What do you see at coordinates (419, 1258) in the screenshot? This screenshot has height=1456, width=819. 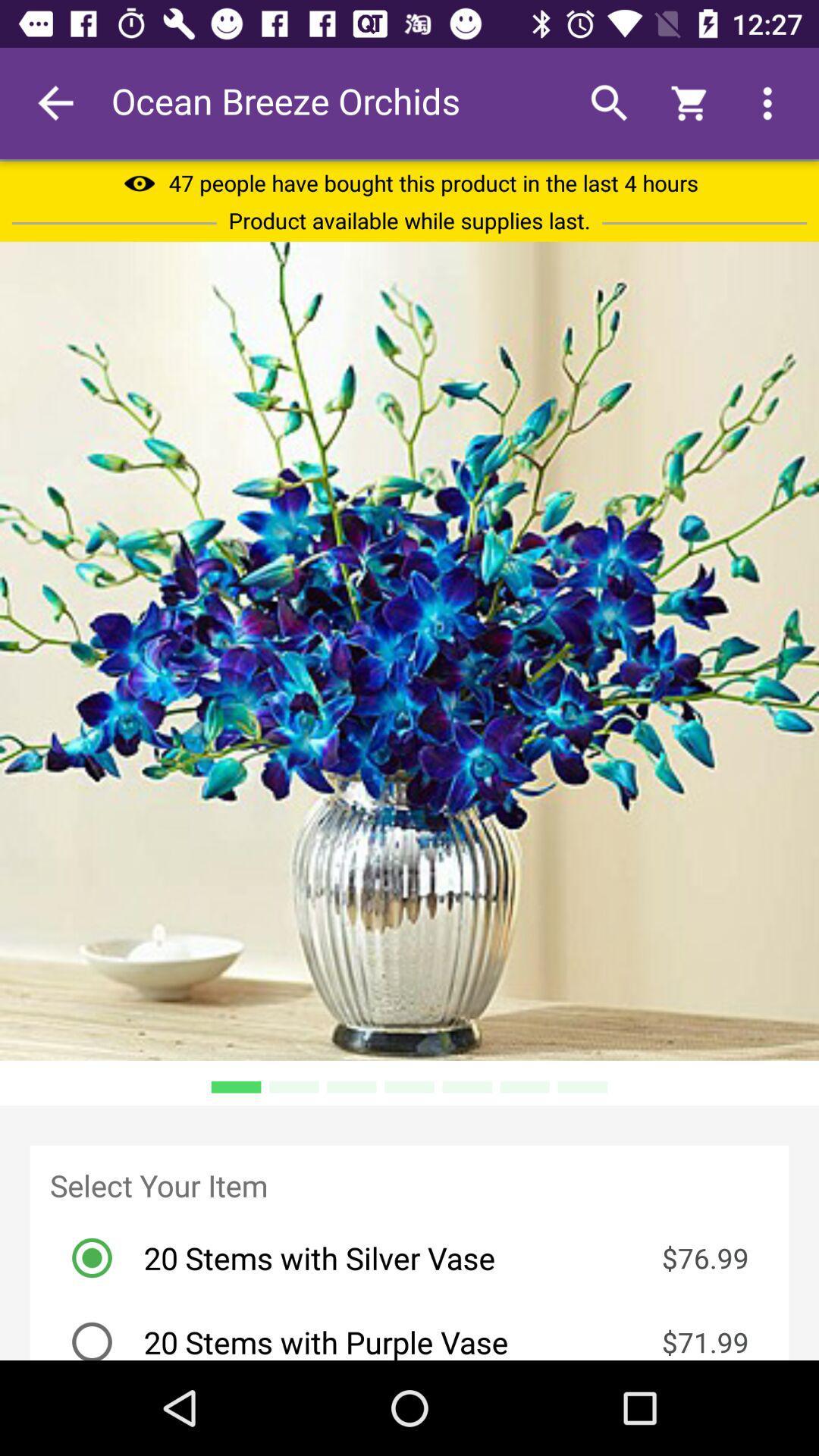 I see `the first radio button along with the two sentences next to it` at bounding box center [419, 1258].